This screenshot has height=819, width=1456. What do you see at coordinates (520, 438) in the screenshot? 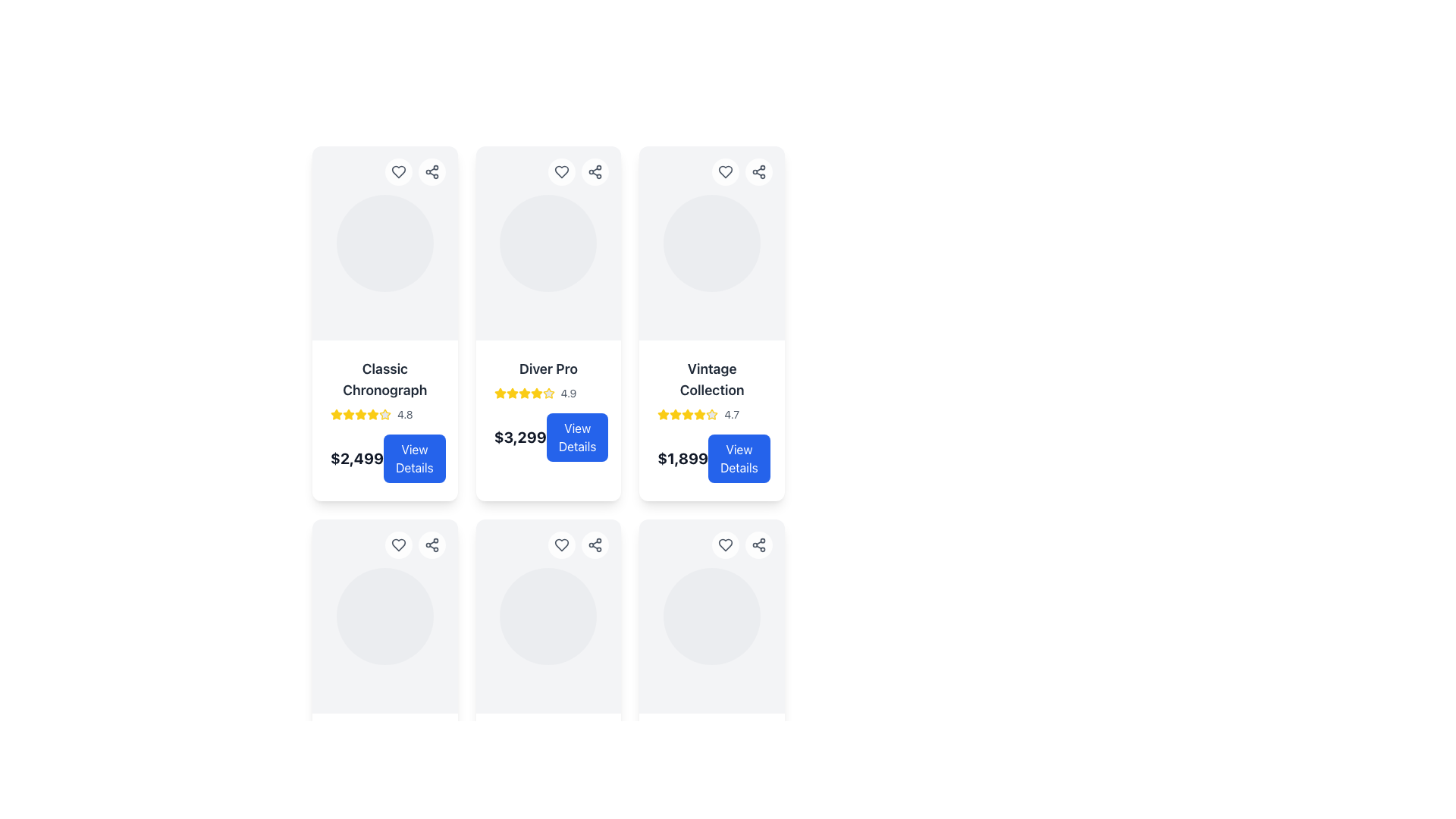
I see `price displayed in the middle card of the product grid, located to the left of the blue 'View Details' button` at bounding box center [520, 438].